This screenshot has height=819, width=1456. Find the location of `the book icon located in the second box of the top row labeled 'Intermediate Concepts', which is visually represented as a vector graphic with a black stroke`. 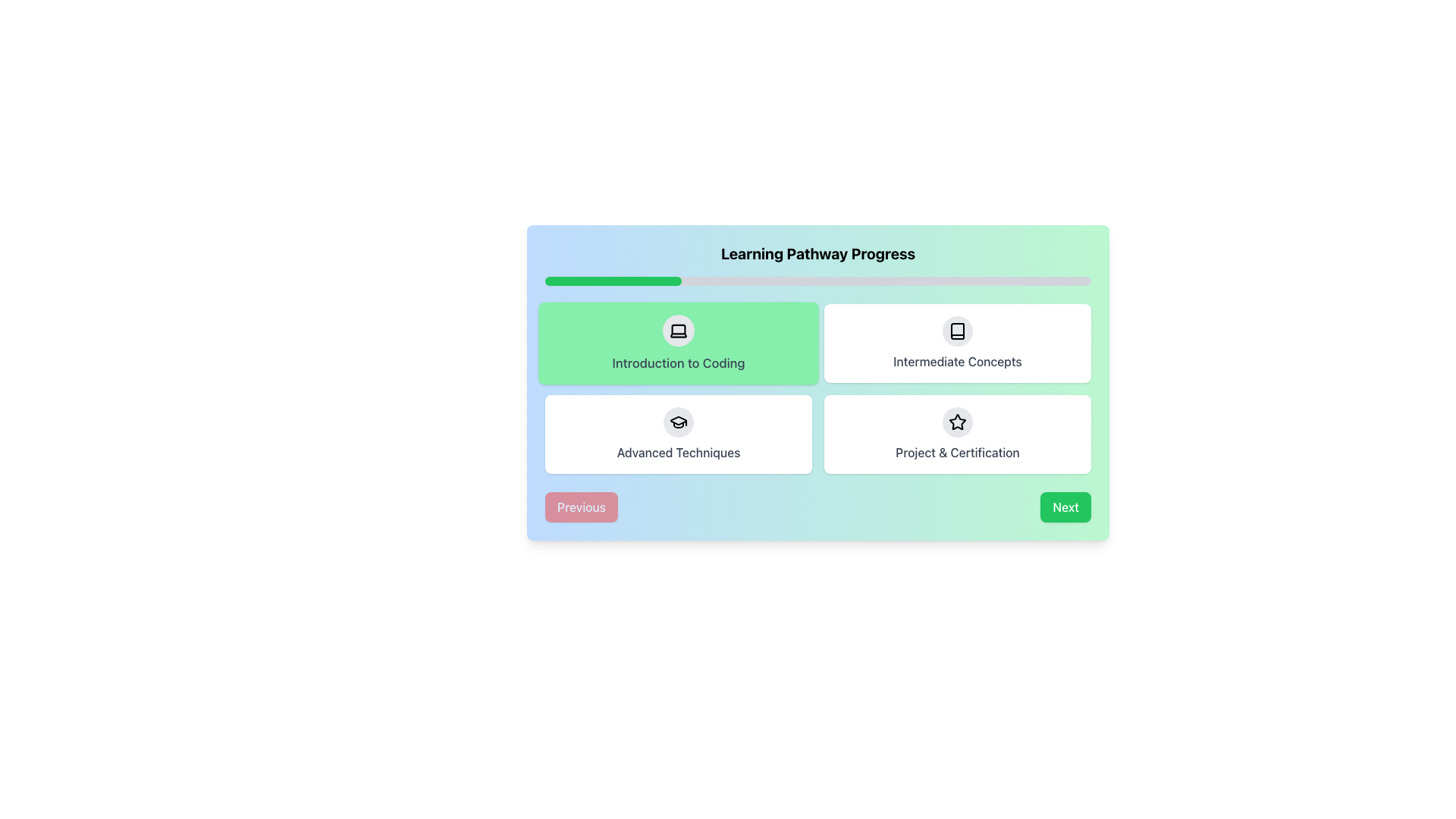

the book icon located in the second box of the top row labeled 'Intermediate Concepts', which is visually represented as a vector graphic with a black stroke is located at coordinates (956, 330).